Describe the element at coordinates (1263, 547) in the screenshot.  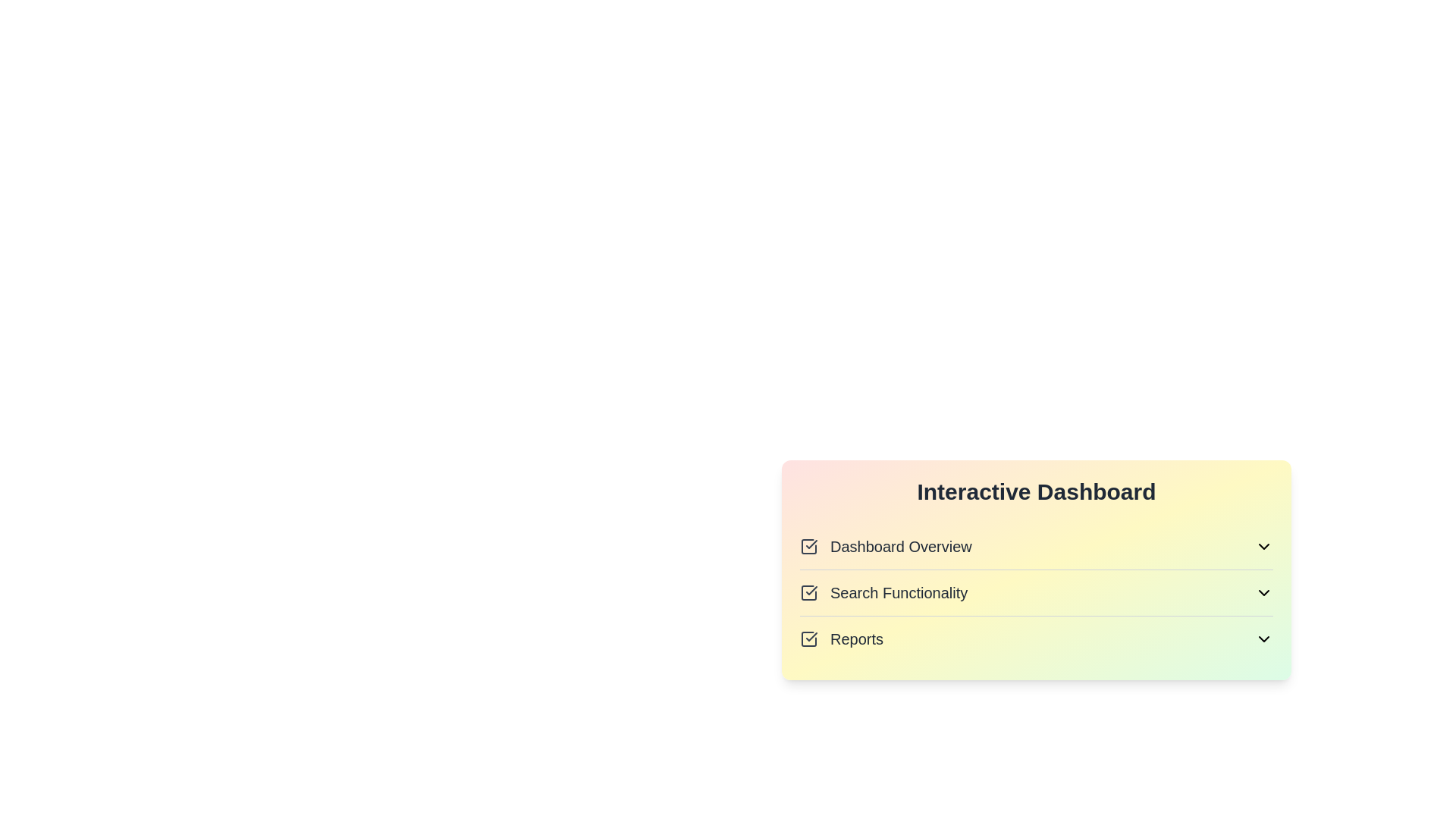
I see `the icon associated with Dashboard Overview to toggle its visibility` at that location.